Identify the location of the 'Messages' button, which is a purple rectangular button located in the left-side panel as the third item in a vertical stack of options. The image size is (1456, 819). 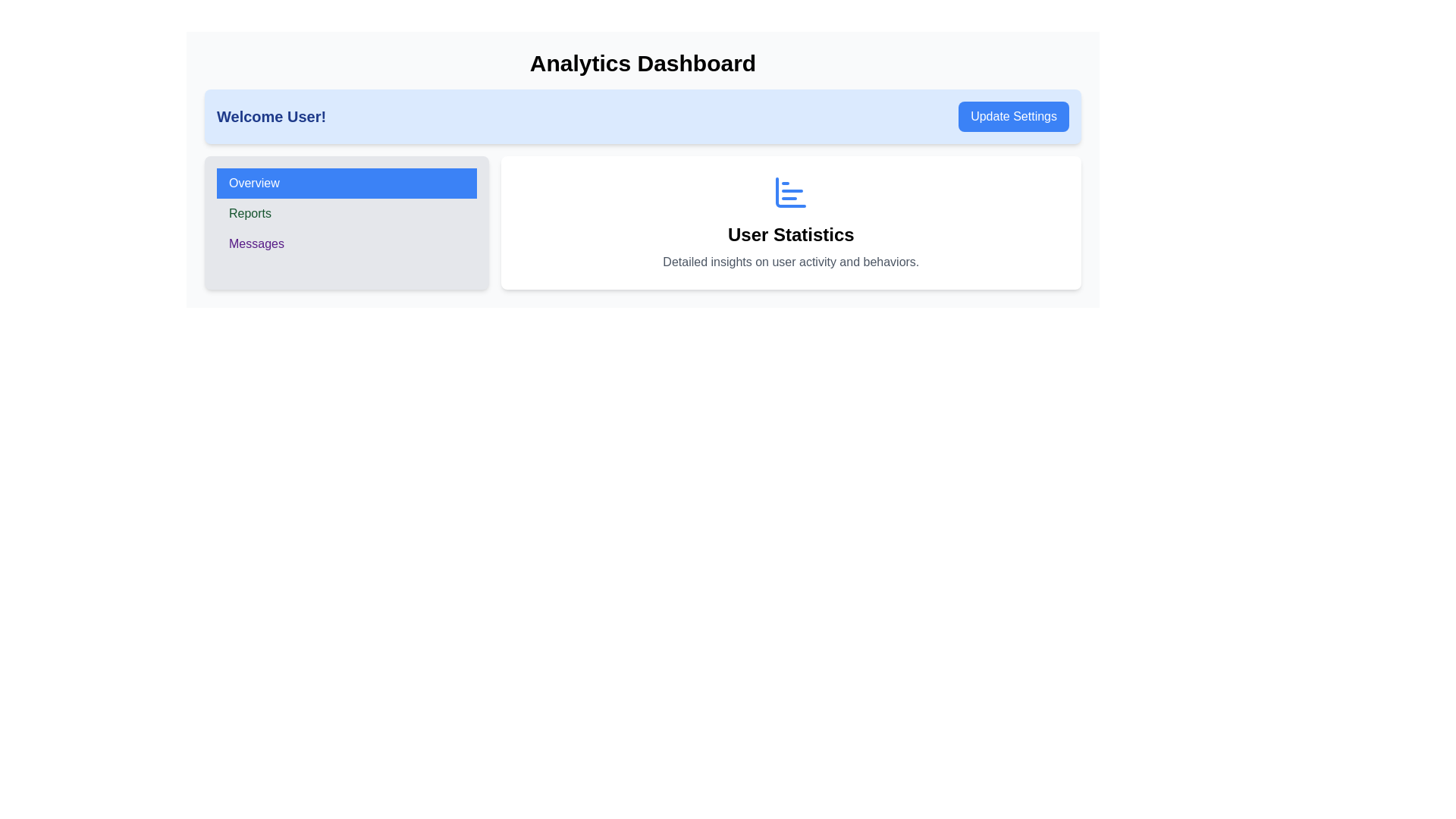
(345, 243).